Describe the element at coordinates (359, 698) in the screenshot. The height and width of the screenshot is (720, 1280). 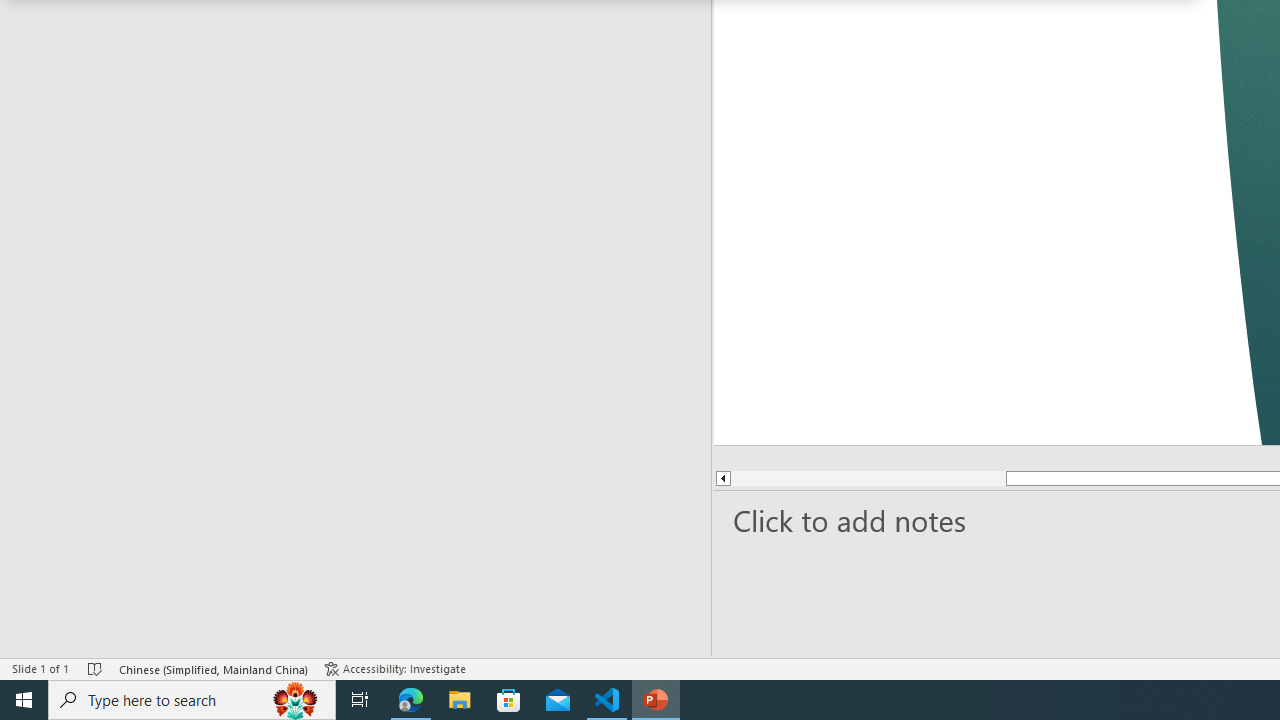
I see `'Task View'` at that location.